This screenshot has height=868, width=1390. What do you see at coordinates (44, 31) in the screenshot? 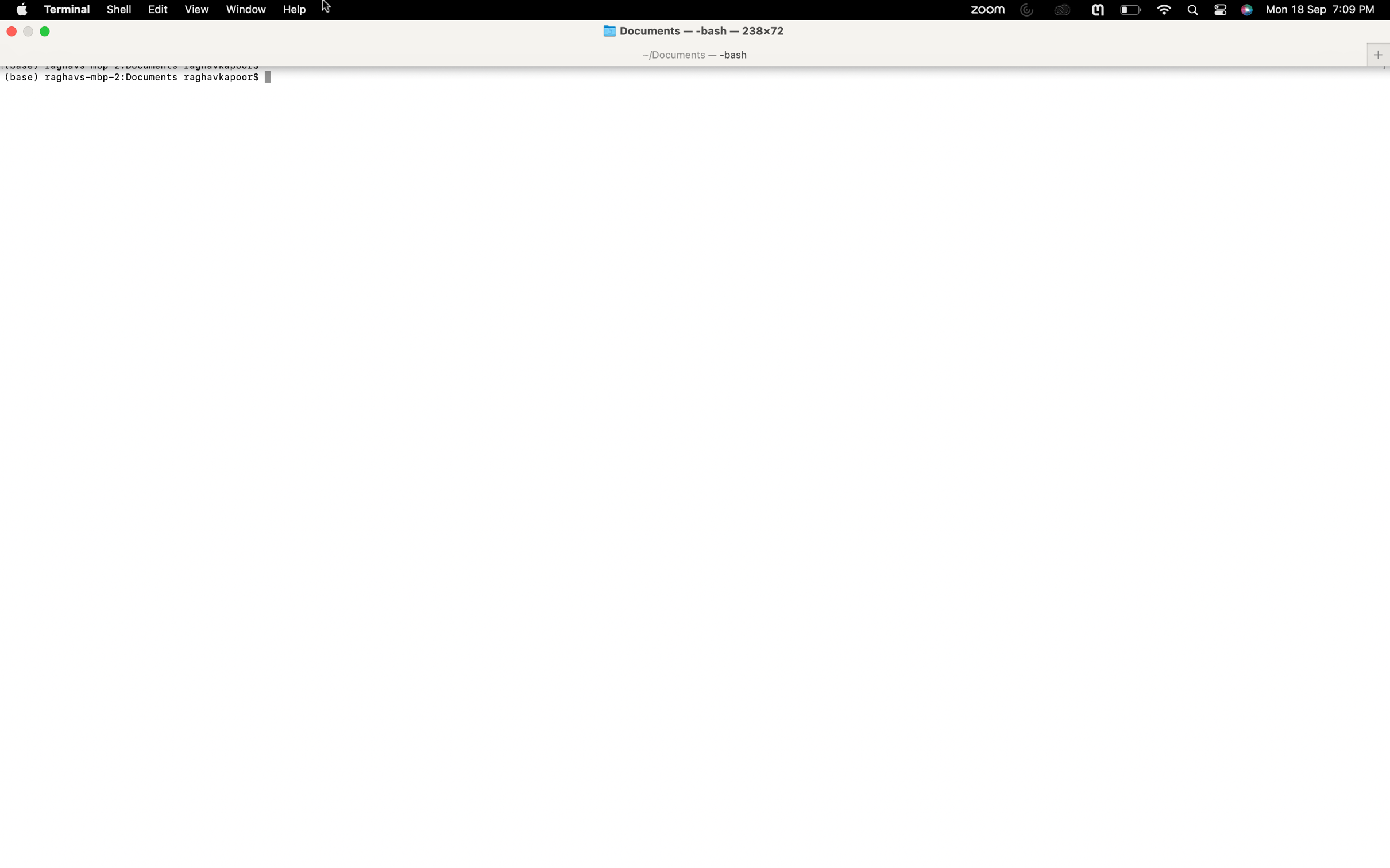
I see `Exit the full screen mode using the green button` at bounding box center [44, 31].